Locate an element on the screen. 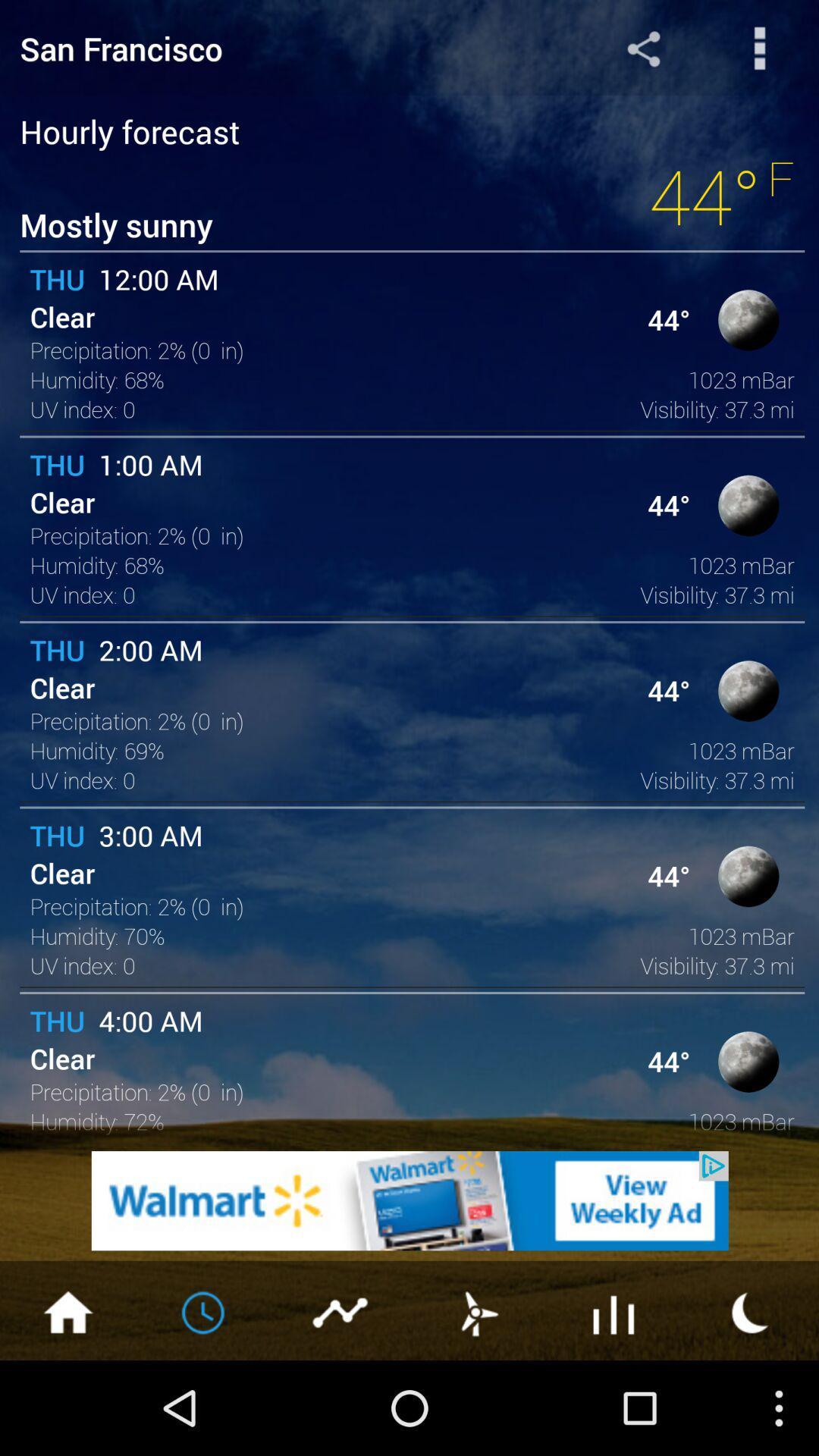 The height and width of the screenshot is (1456, 819). the weather icon is located at coordinates (751, 1402).